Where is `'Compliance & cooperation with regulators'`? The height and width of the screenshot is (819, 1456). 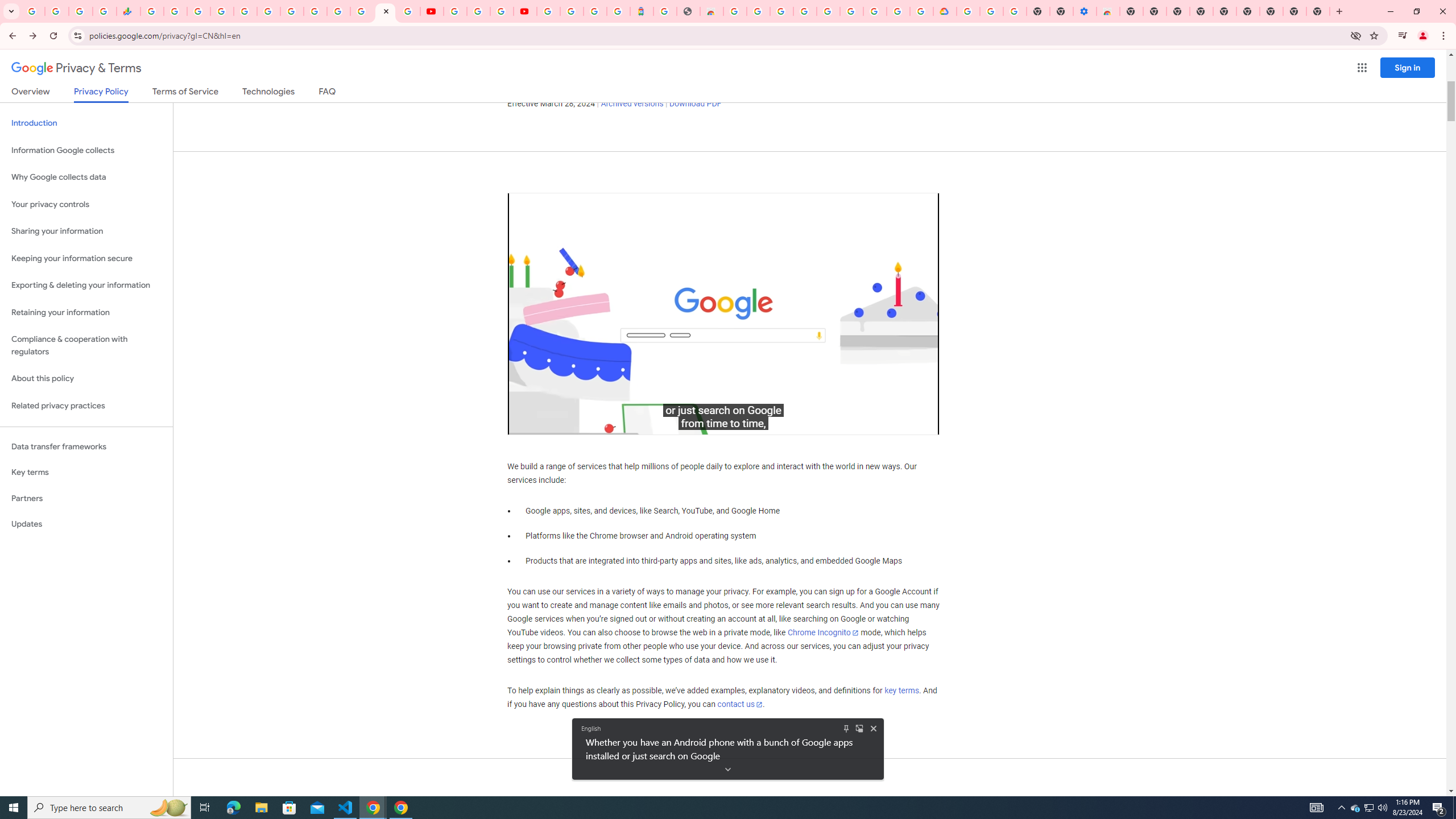 'Compliance & cooperation with regulators' is located at coordinates (86, 346).